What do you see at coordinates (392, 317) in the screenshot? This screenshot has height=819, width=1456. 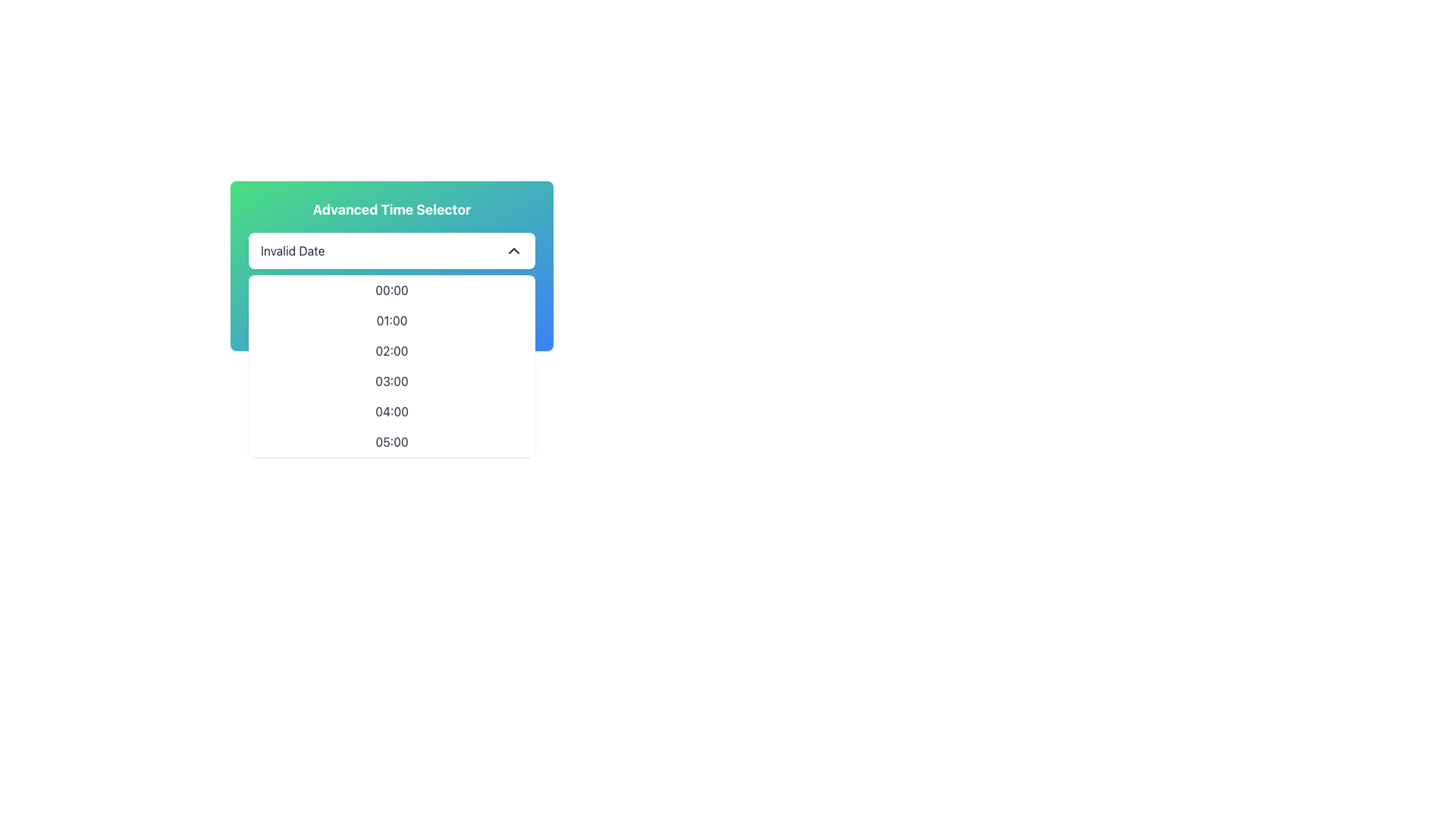 I see `the '12:00' button in the 'Quick Select' section for keyboard interaction` at bounding box center [392, 317].